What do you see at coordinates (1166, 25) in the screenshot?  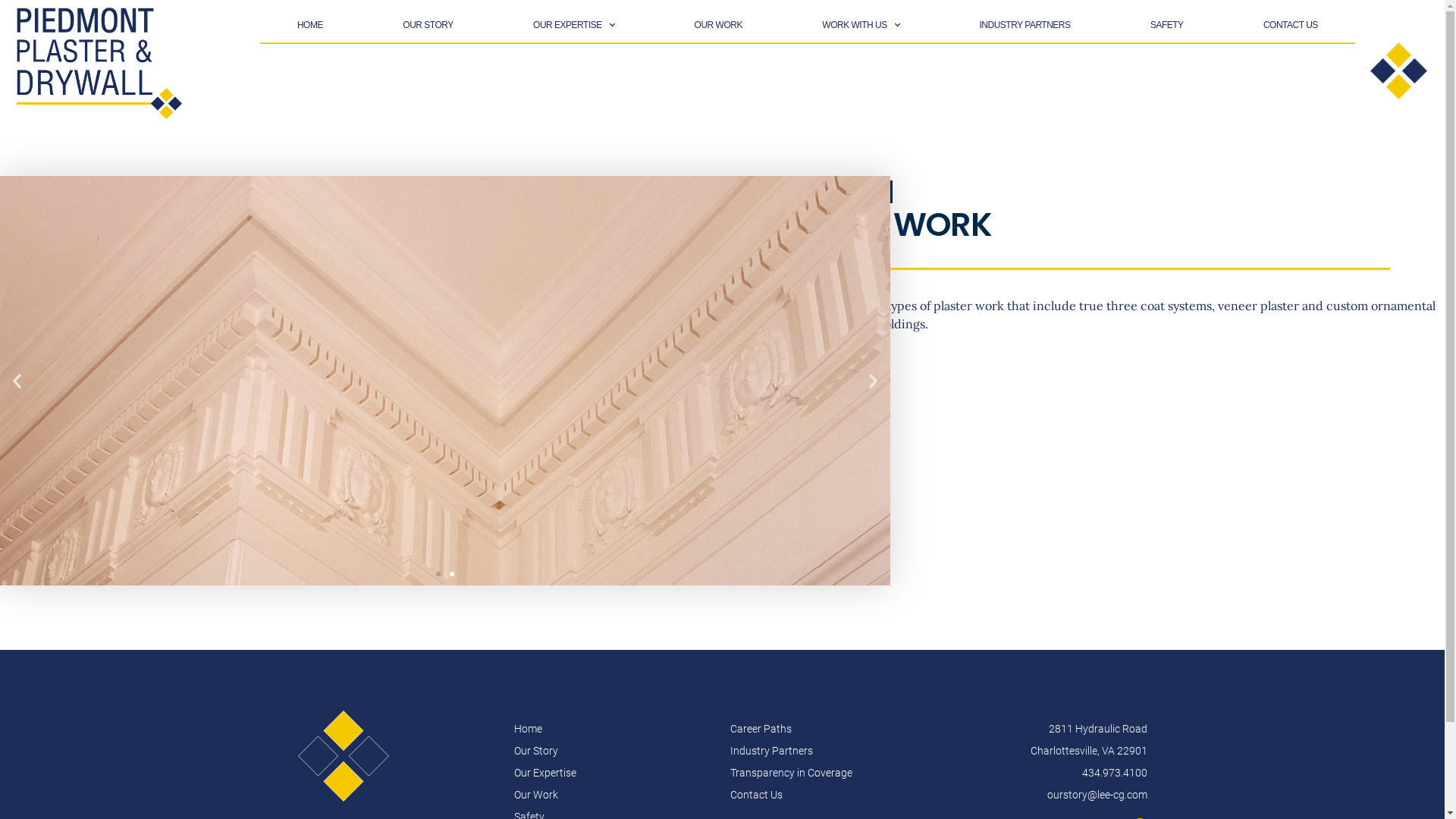 I see `'SAFETY'` at bounding box center [1166, 25].